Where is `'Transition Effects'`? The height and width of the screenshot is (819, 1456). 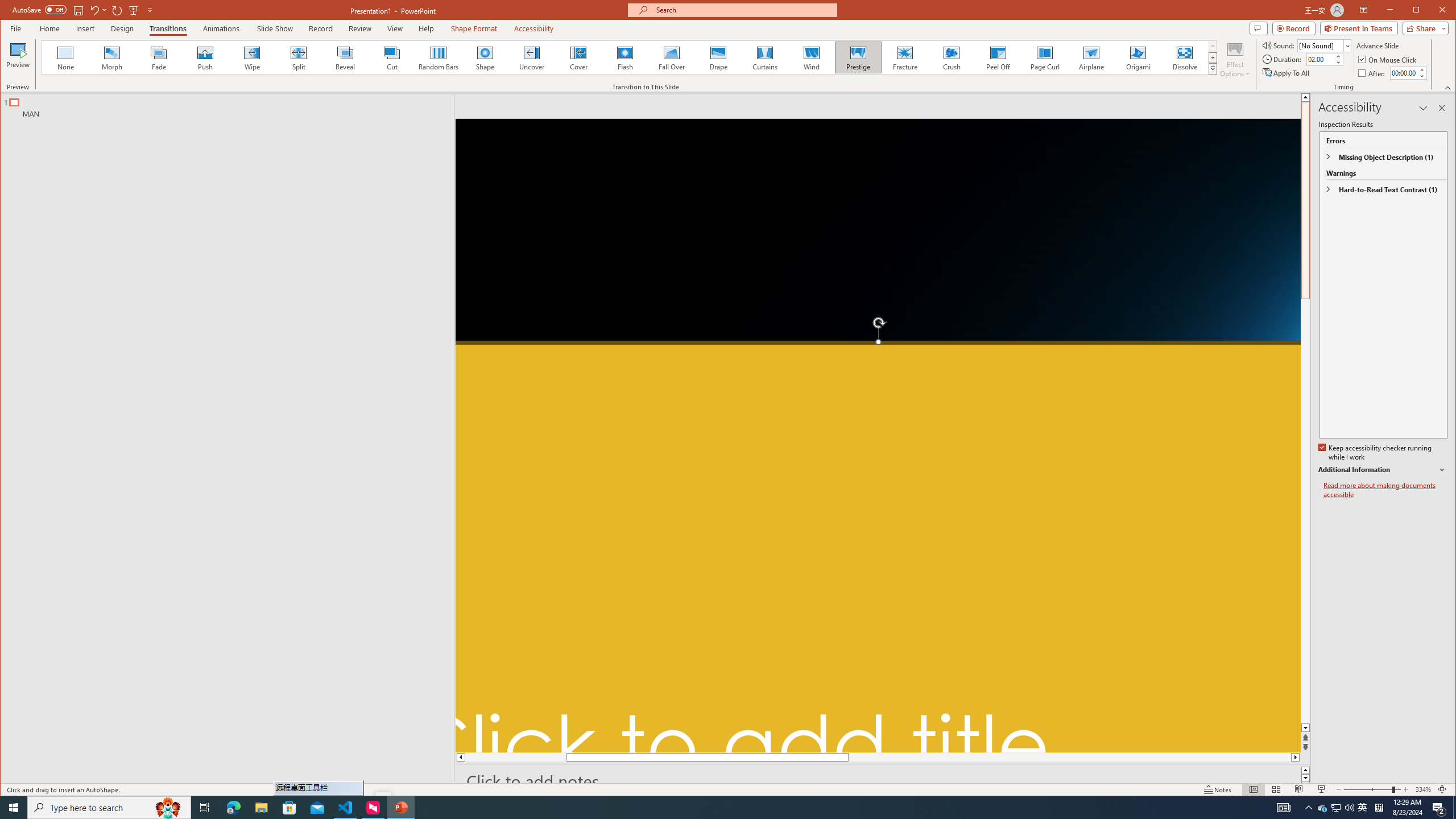 'Transition Effects' is located at coordinates (1212, 68).